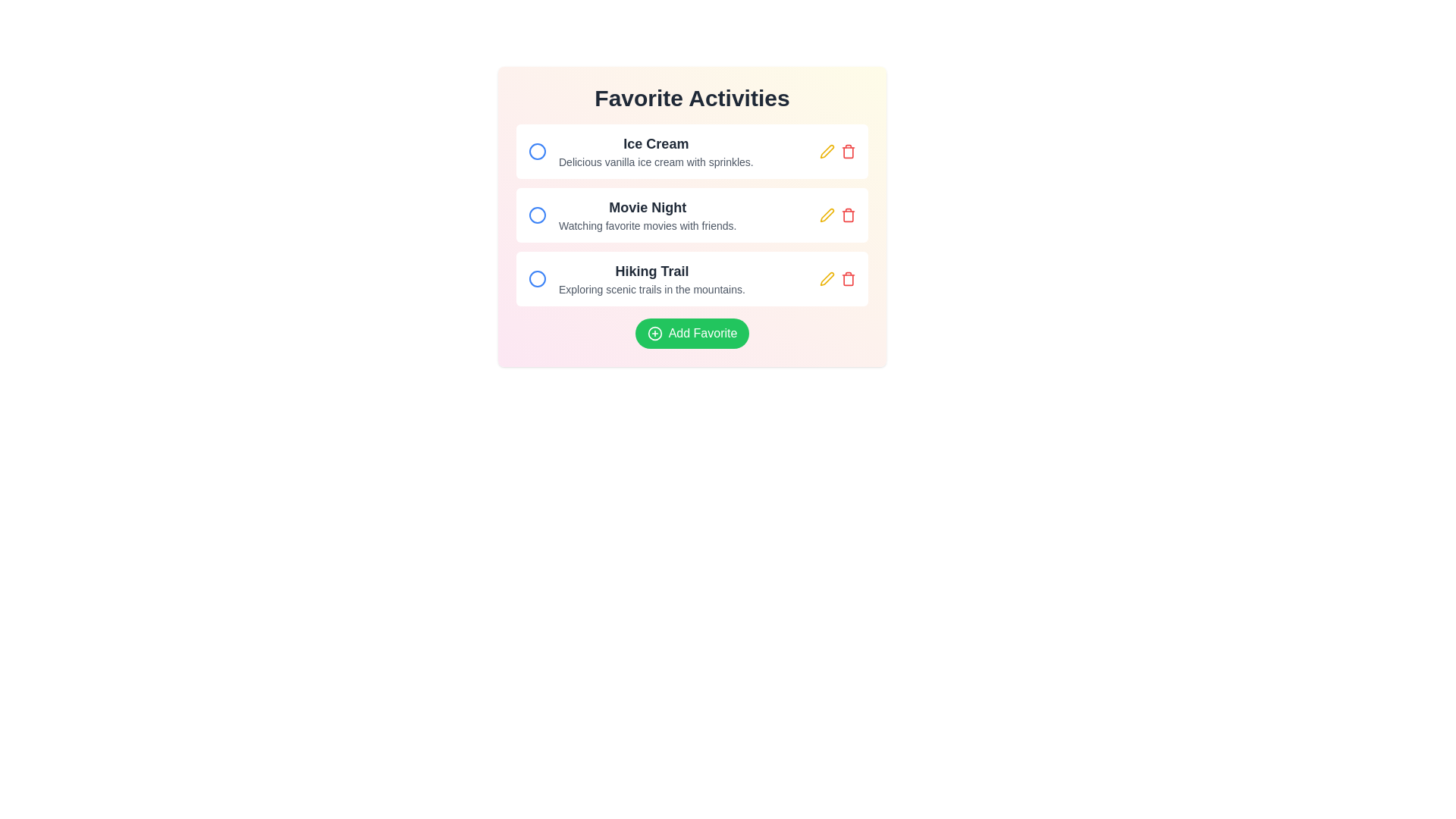 The width and height of the screenshot is (1456, 819). What do you see at coordinates (641, 152) in the screenshot?
I see `the first item` at bounding box center [641, 152].